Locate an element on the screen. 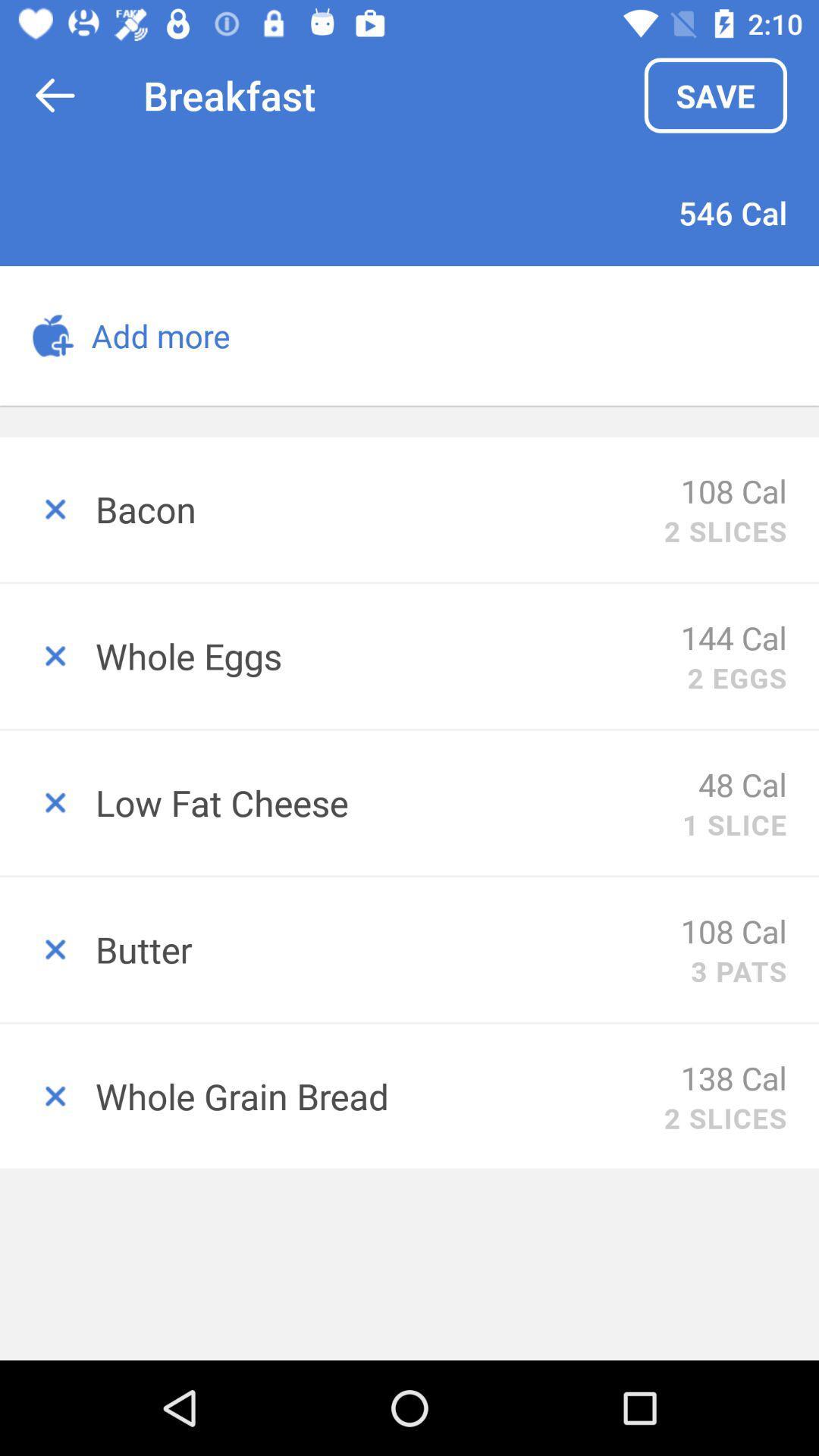  erase this is located at coordinates (46, 949).